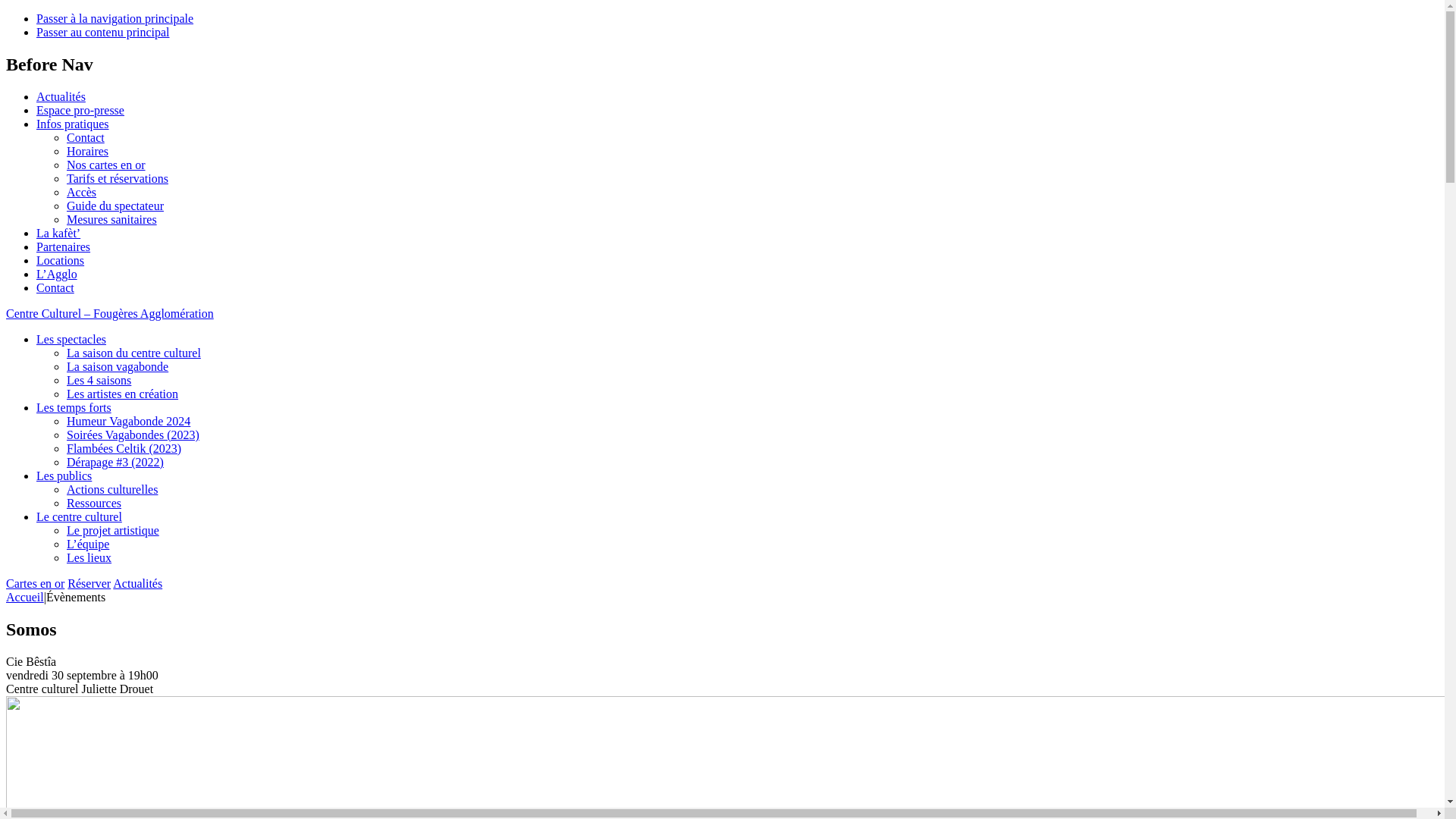 The image size is (1456, 819). I want to click on 'Guide du spectateur', so click(115, 206).